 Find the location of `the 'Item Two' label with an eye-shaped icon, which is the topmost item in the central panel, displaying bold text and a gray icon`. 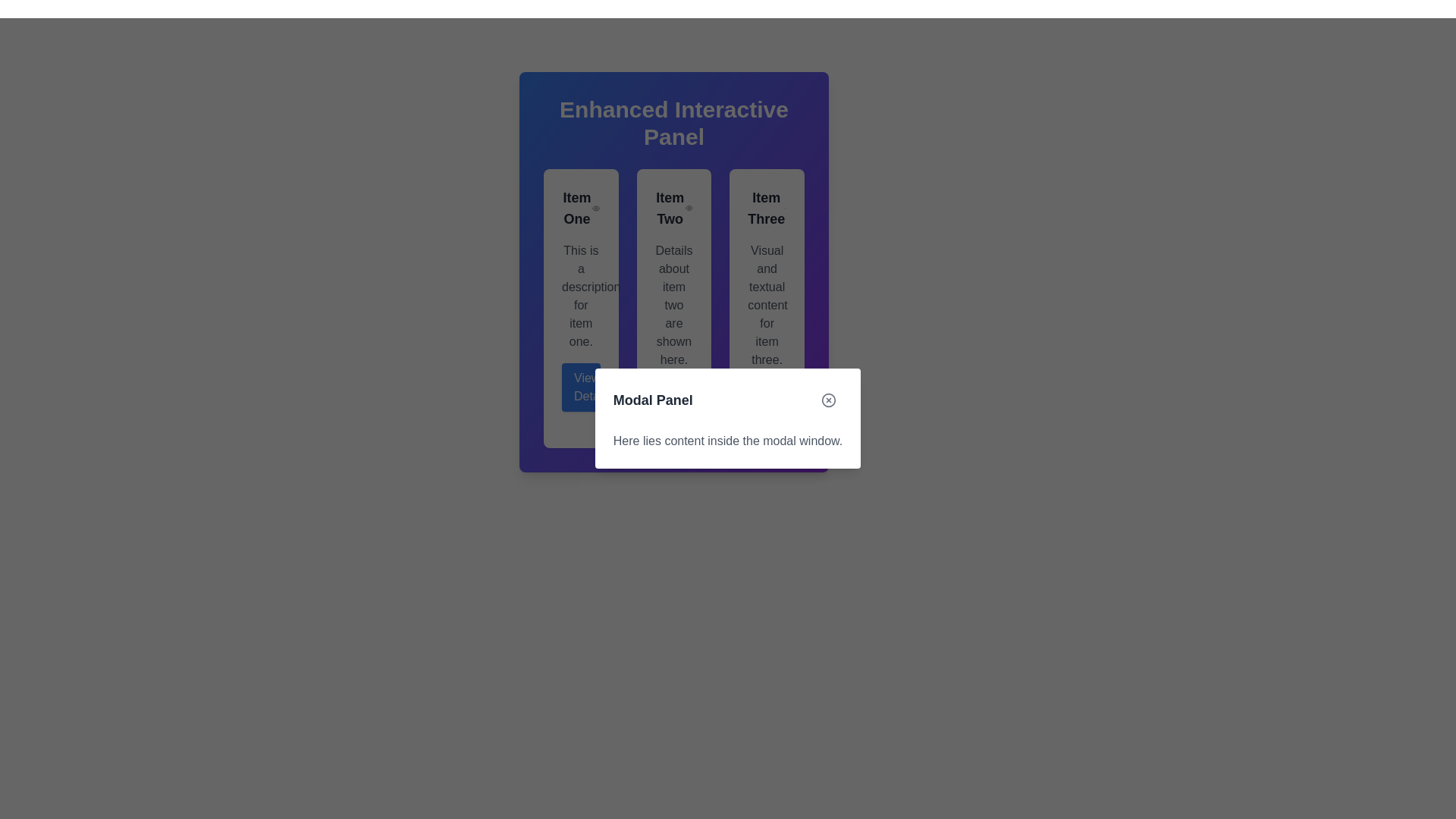

the 'Item Two' label with an eye-shaped icon, which is the topmost item in the central panel, displaying bold text and a gray icon is located at coordinates (673, 208).